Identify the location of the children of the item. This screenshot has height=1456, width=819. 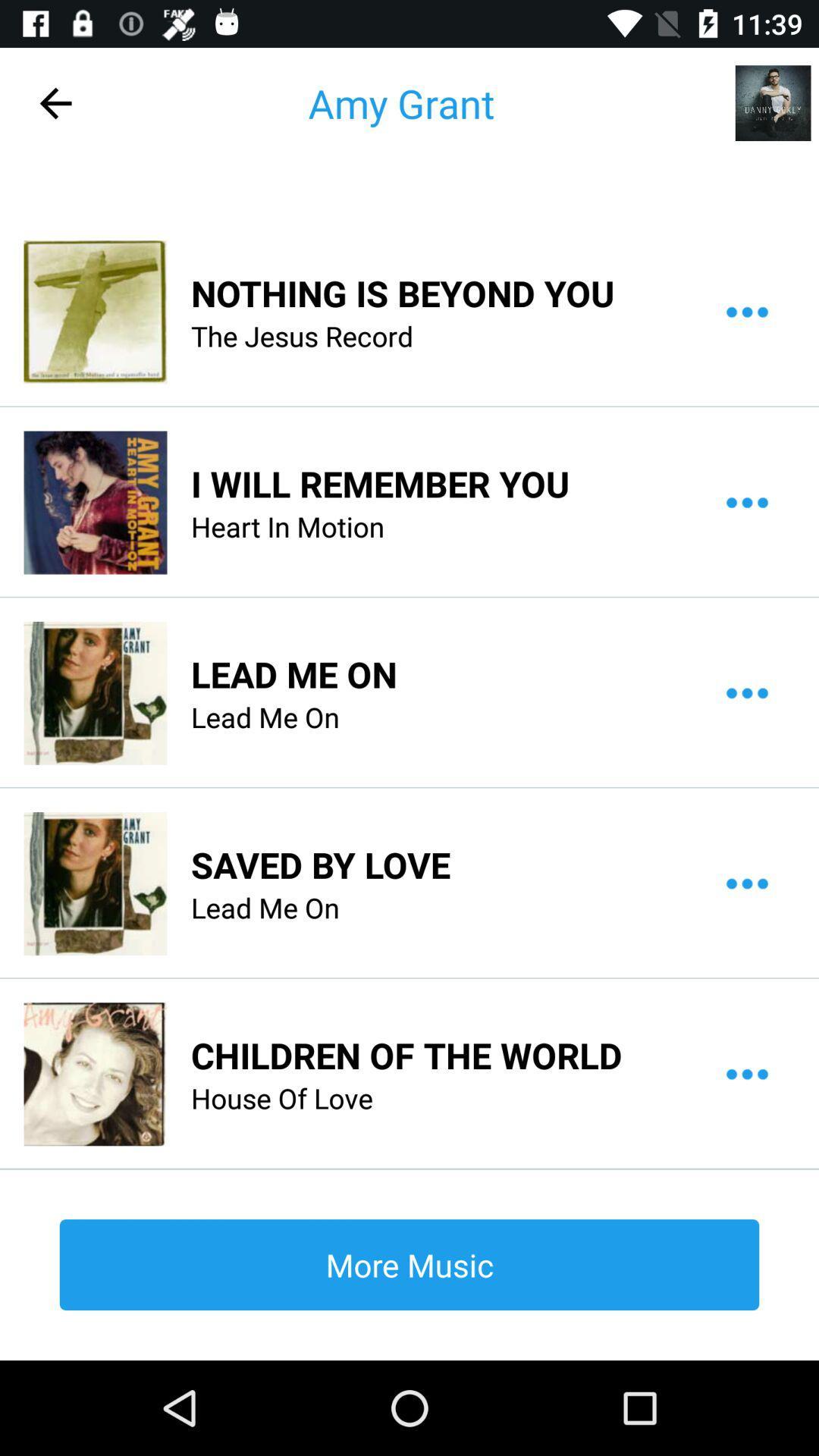
(406, 1054).